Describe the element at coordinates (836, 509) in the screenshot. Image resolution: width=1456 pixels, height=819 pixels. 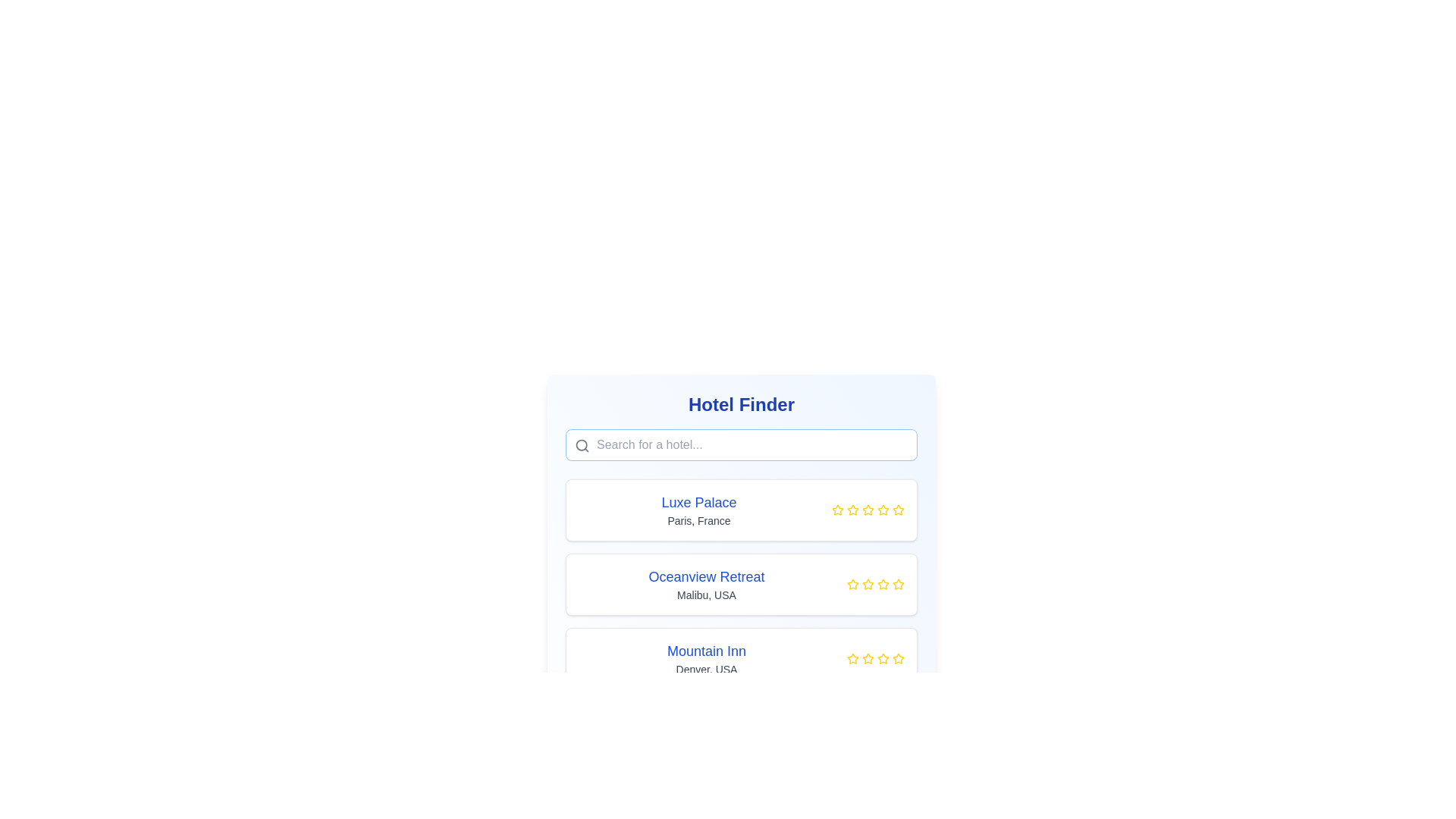
I see `the first rating star icon next to the hotel title 'Luxe Palace'` at that location.